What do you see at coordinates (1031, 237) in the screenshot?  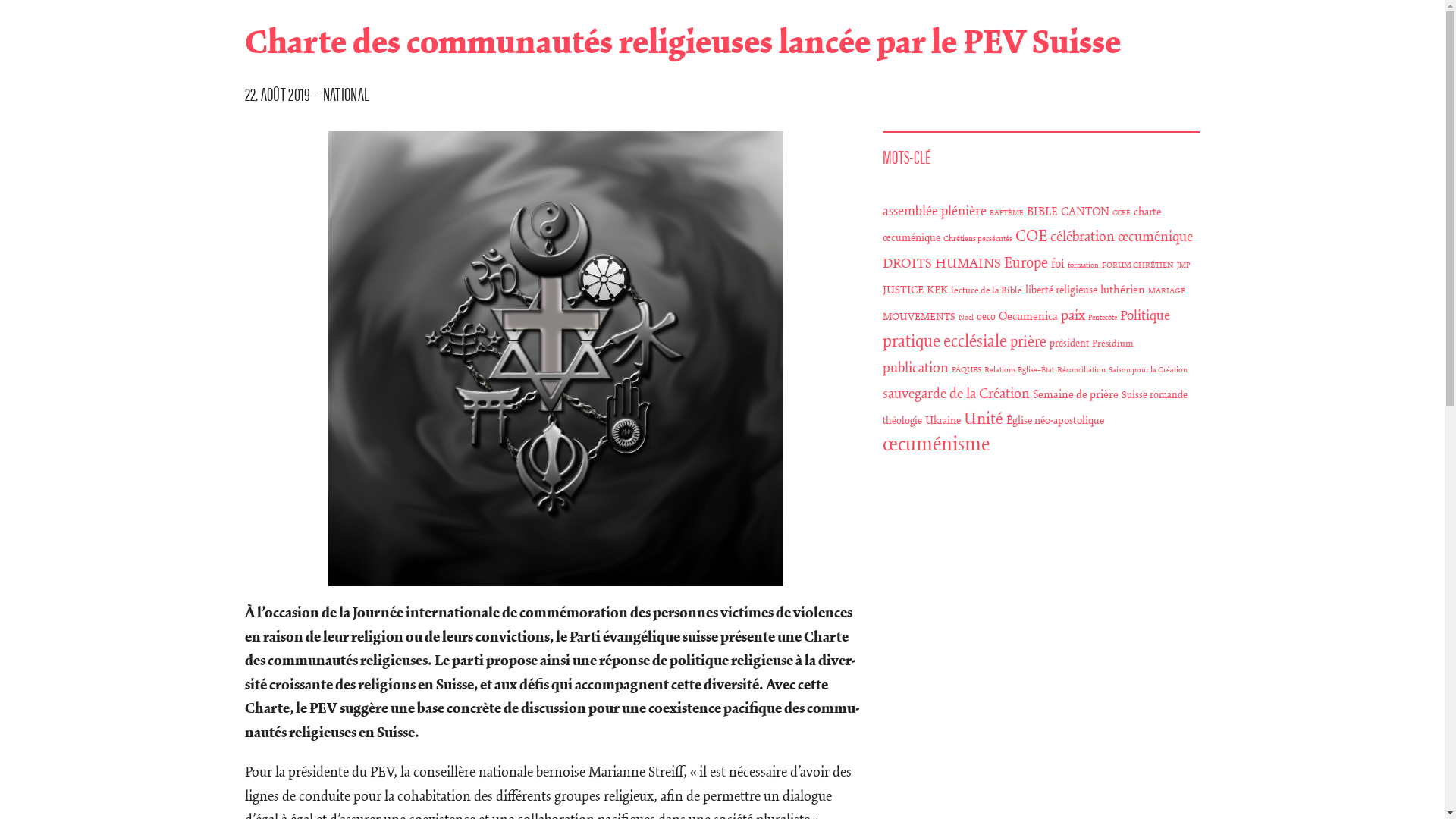 I see `'COE'` at bounding box center [1031, 237].